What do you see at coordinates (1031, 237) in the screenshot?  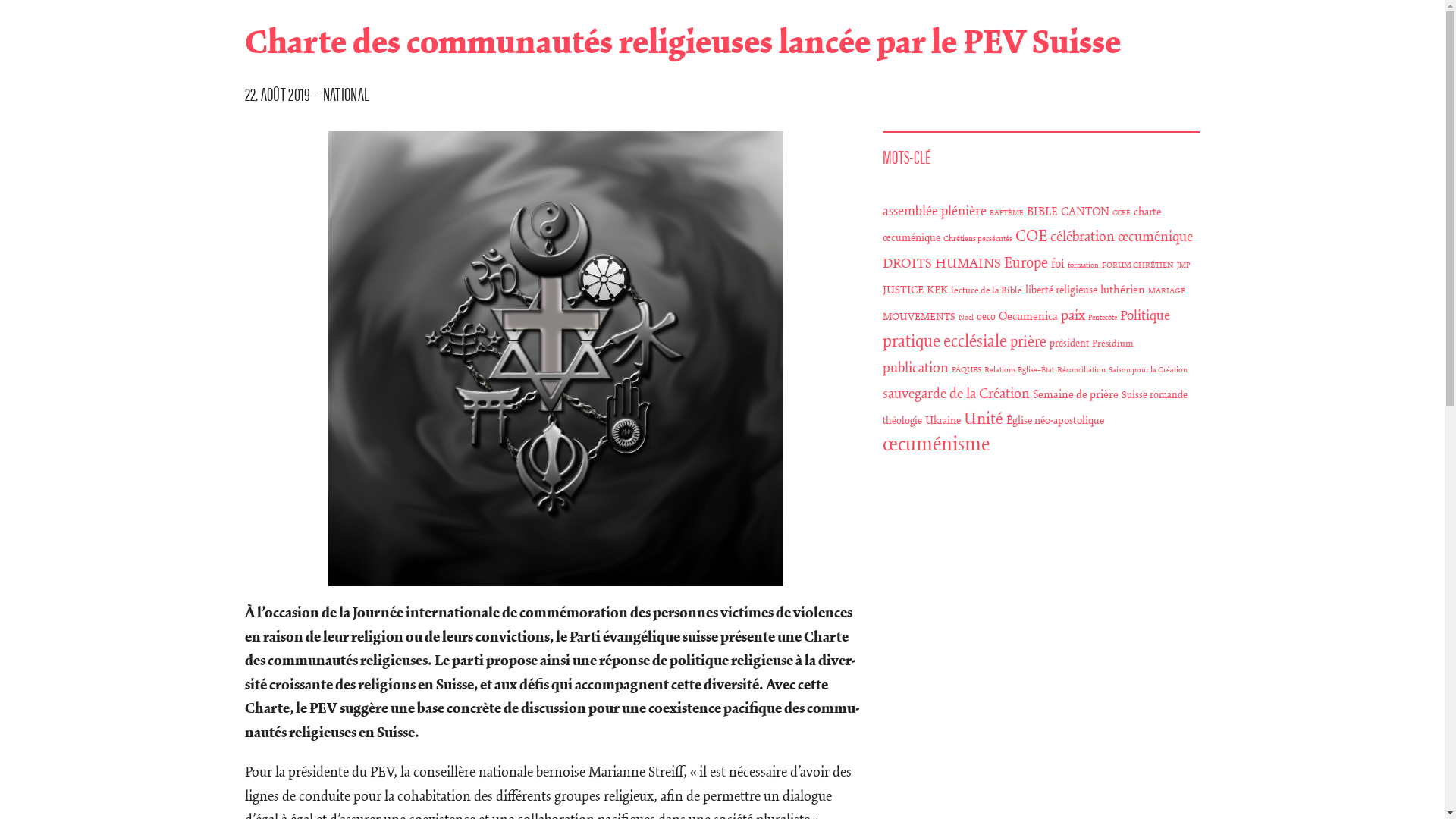 I see `'COE'` at bounding box center [1031, 237].